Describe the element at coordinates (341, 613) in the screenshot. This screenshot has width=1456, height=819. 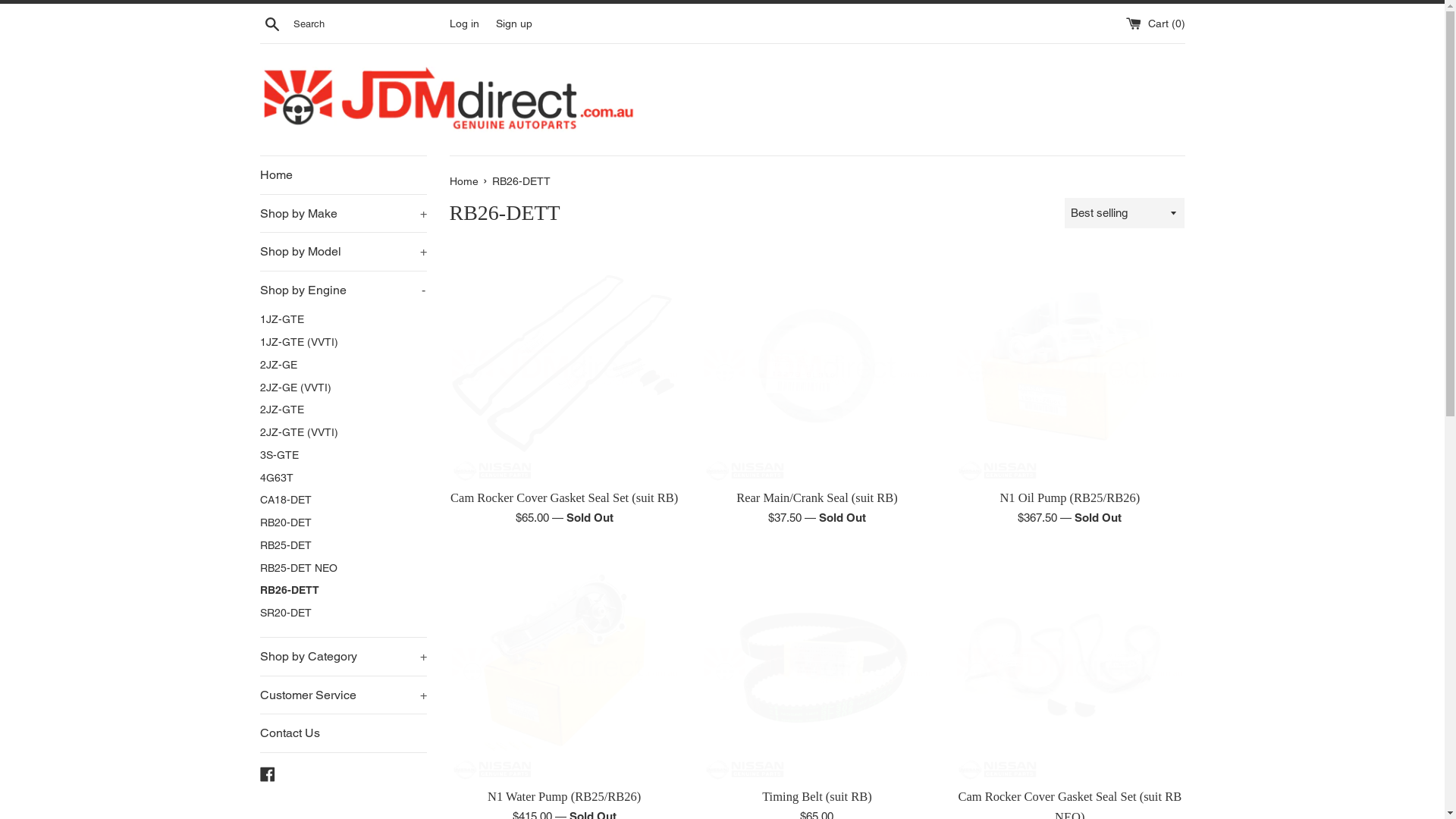
I see `'SR20-DET'` at that location.